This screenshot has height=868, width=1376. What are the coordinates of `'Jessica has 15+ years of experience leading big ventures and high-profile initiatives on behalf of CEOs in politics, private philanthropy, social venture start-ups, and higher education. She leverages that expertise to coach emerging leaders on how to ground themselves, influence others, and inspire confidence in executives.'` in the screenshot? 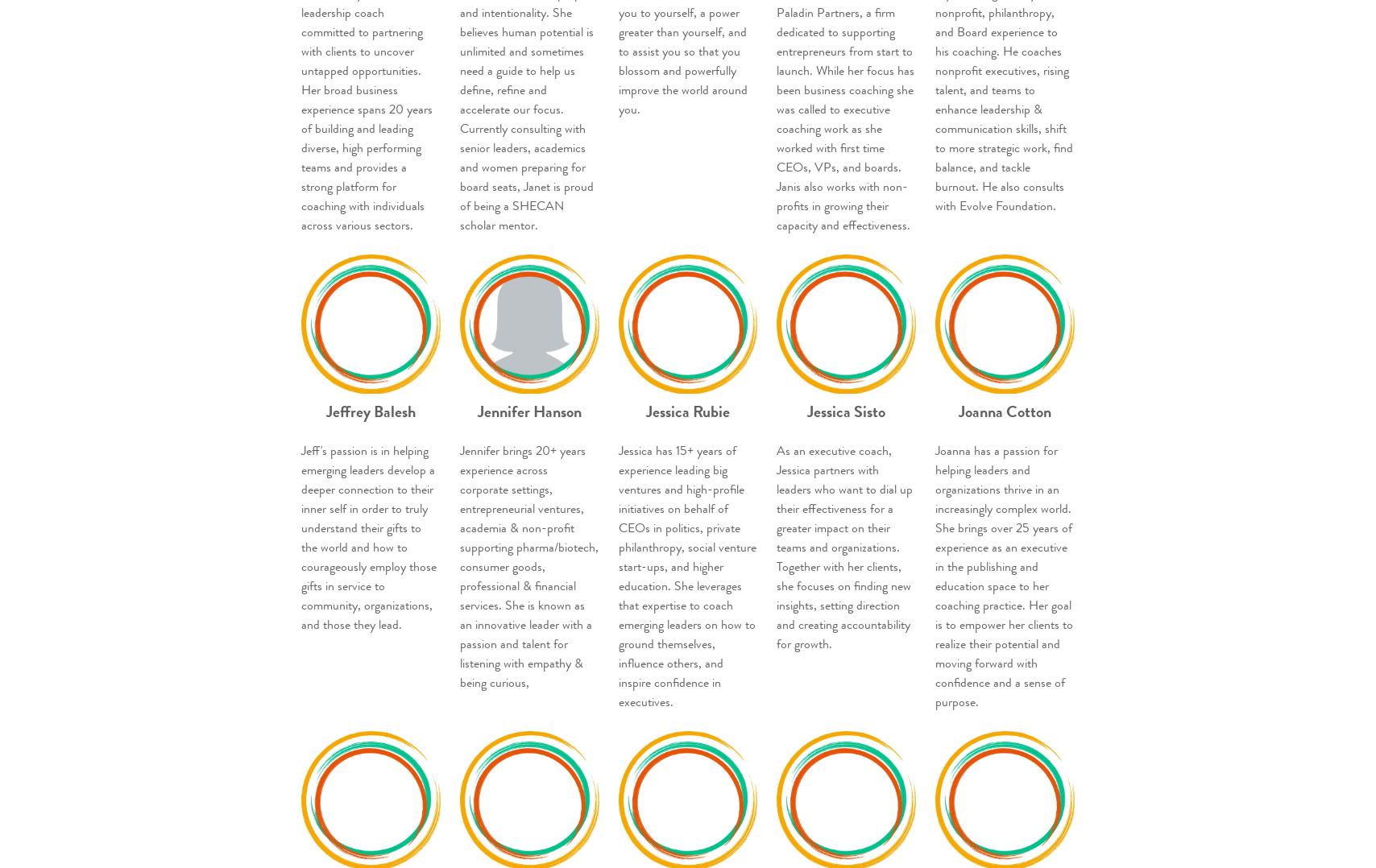 It's located at (686, 575).